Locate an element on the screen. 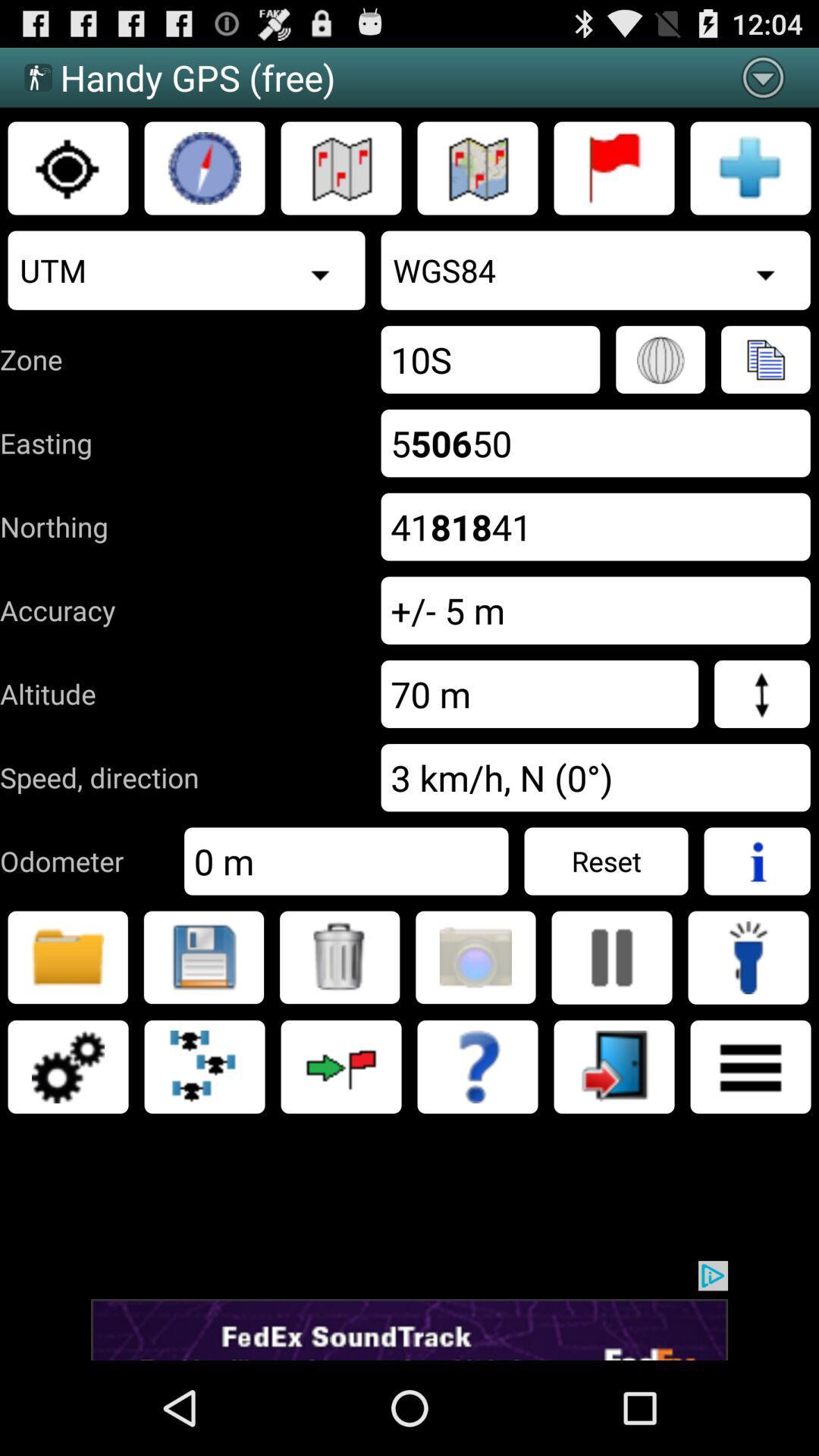 This screenshot has width=819, height=1456. the settings icon is located at coordinates (67, 1141).